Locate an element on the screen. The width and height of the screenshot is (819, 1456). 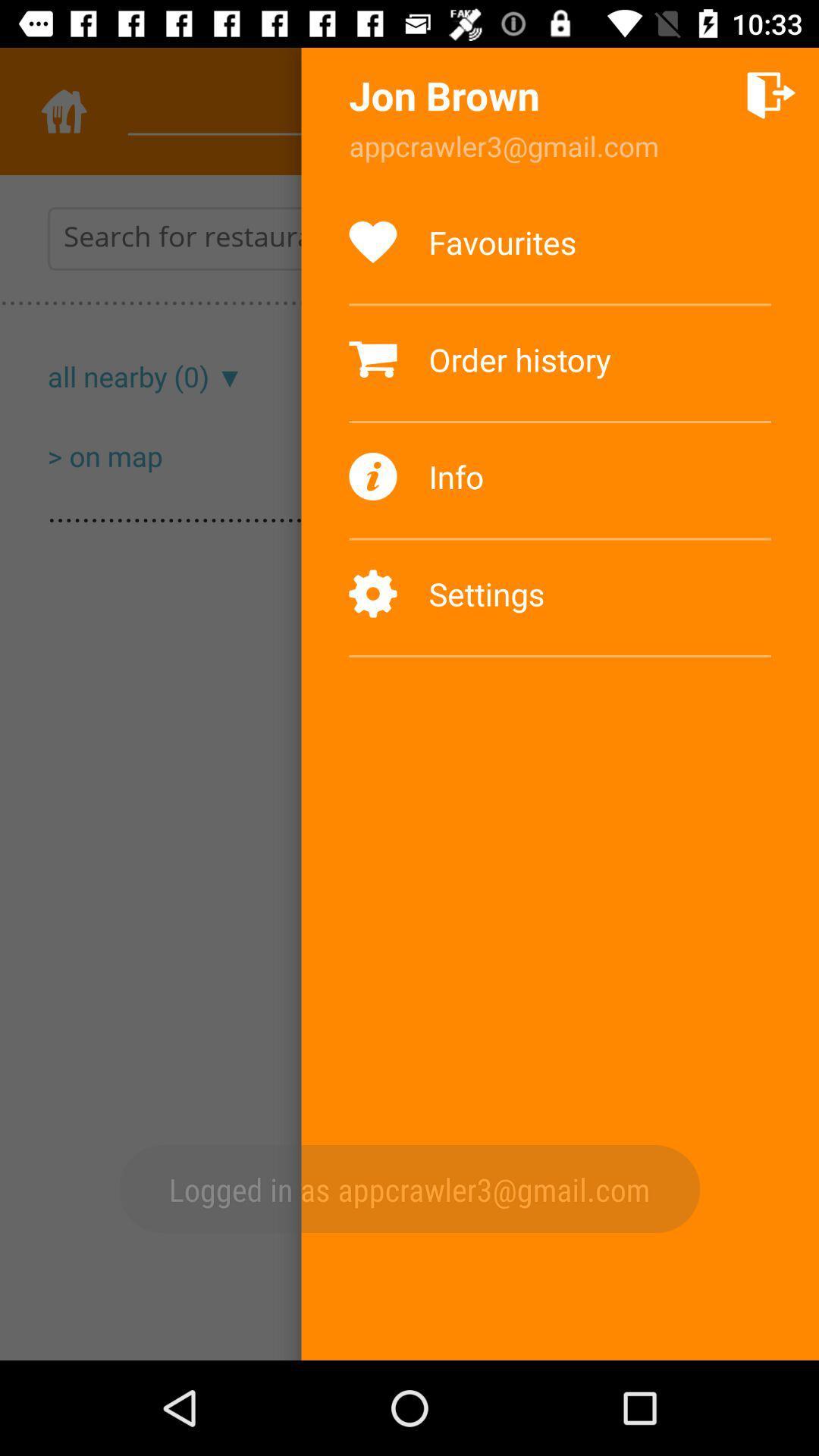
the home icon is located at coordinates (63, 111).